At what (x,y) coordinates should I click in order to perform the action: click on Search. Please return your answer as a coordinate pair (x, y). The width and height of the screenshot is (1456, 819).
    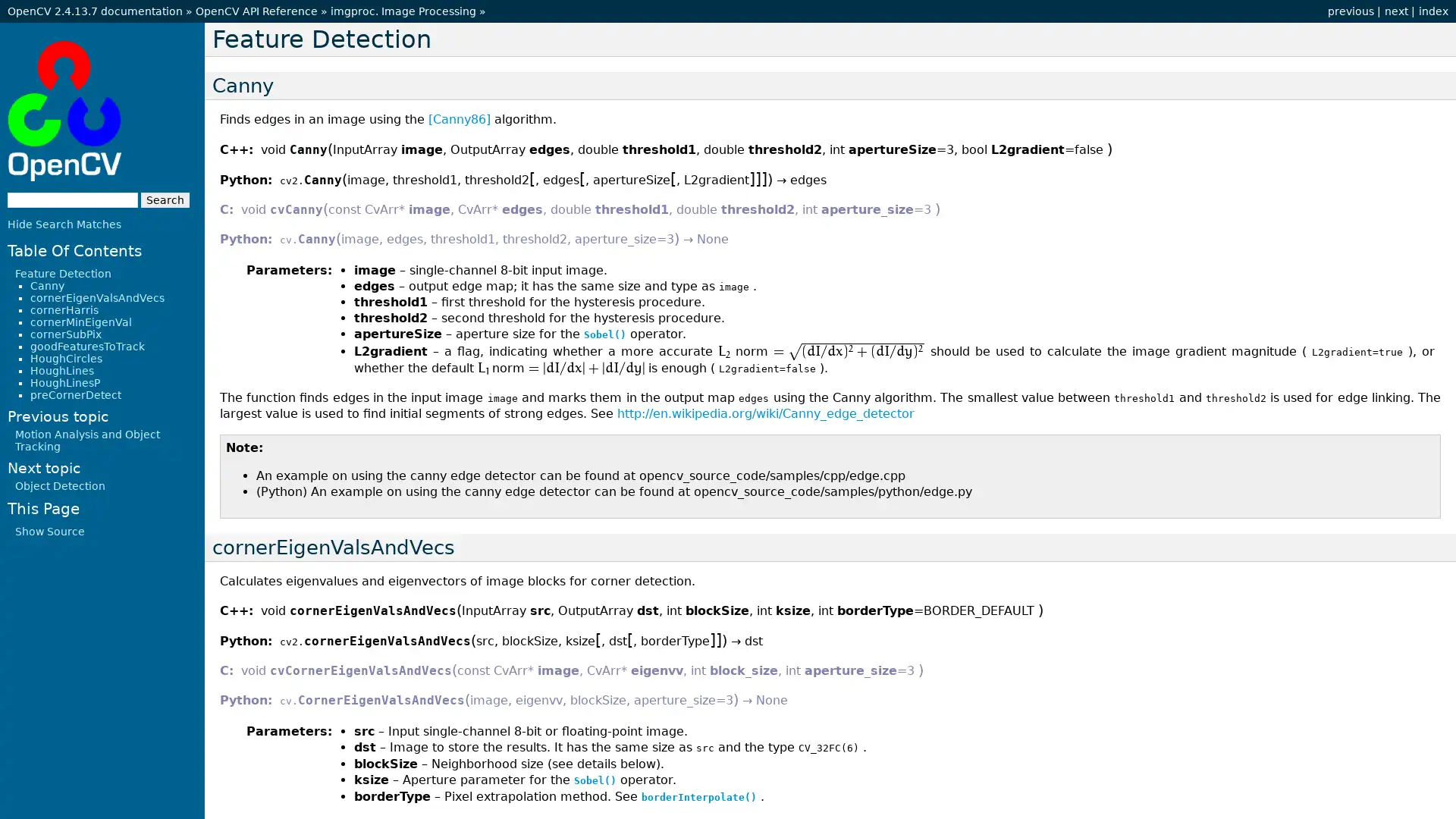
    Looking at the image, I should click on (165, 198).